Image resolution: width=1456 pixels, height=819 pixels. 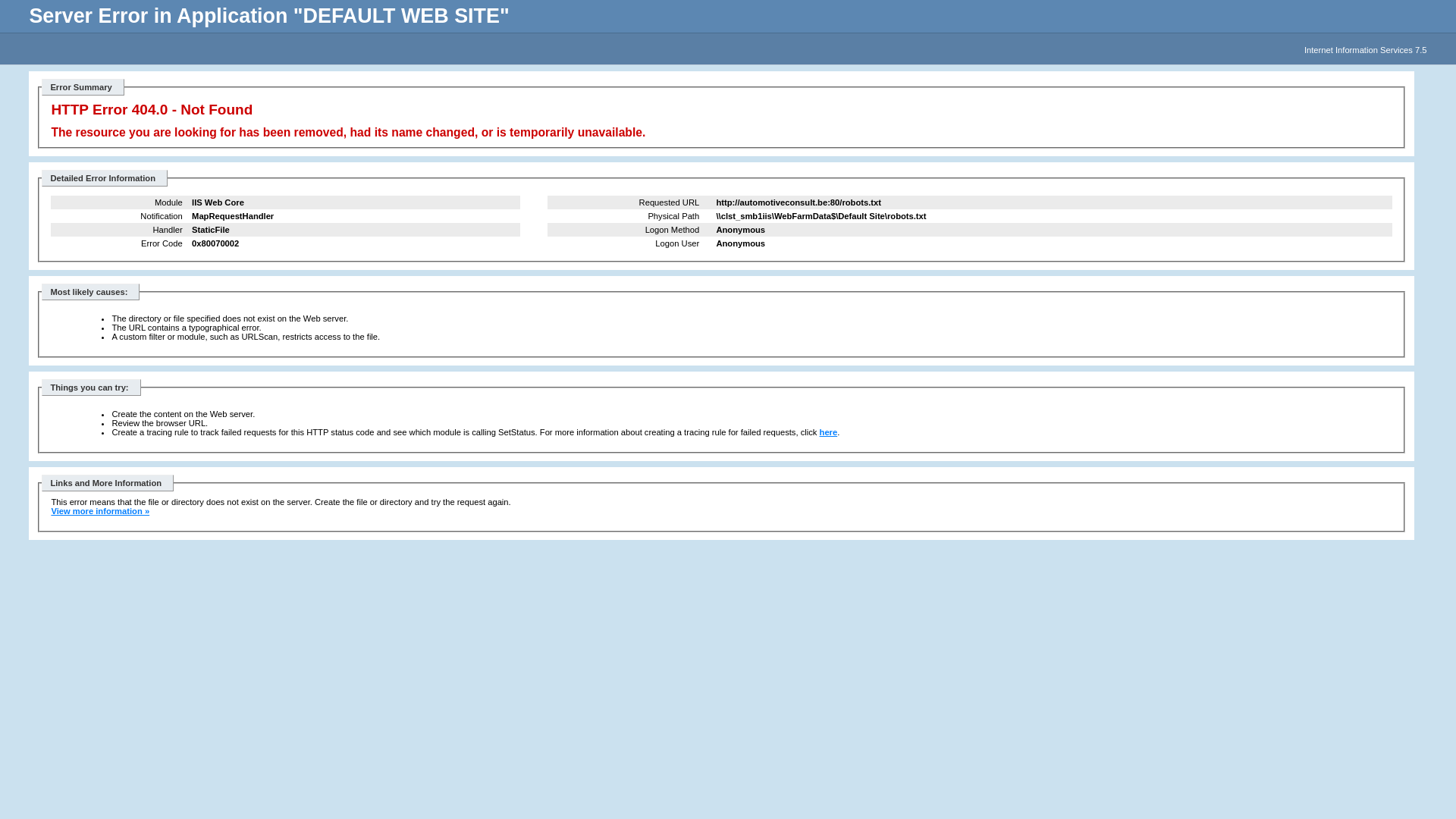 What do you see at coordinates (818, 432) in the screenshot?
I see `'here'` at bounding box center [818, 432].